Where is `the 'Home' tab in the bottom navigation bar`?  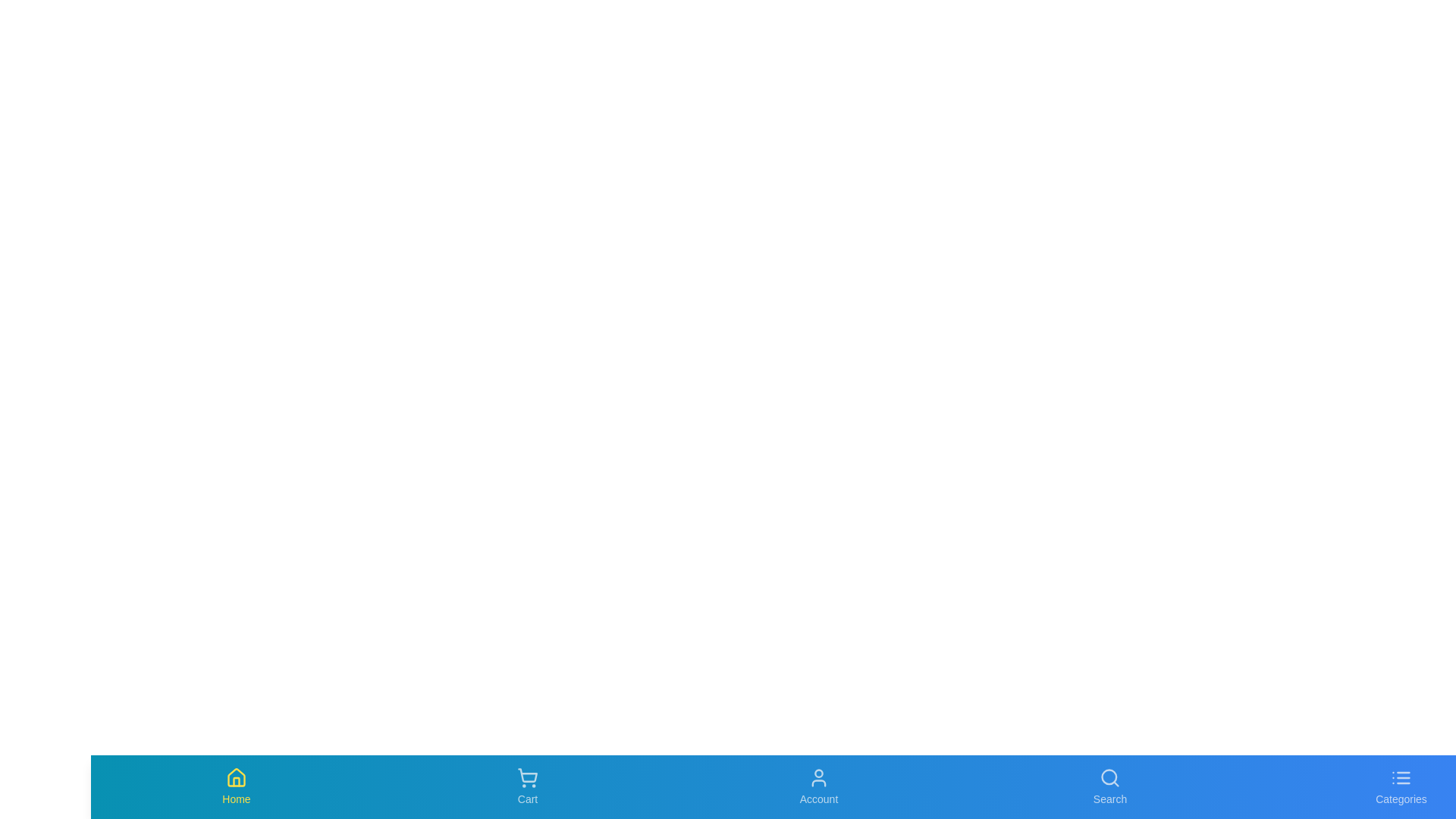
the 'Home' tab in the bottom navigation bar is located at coordinates (236, 786).